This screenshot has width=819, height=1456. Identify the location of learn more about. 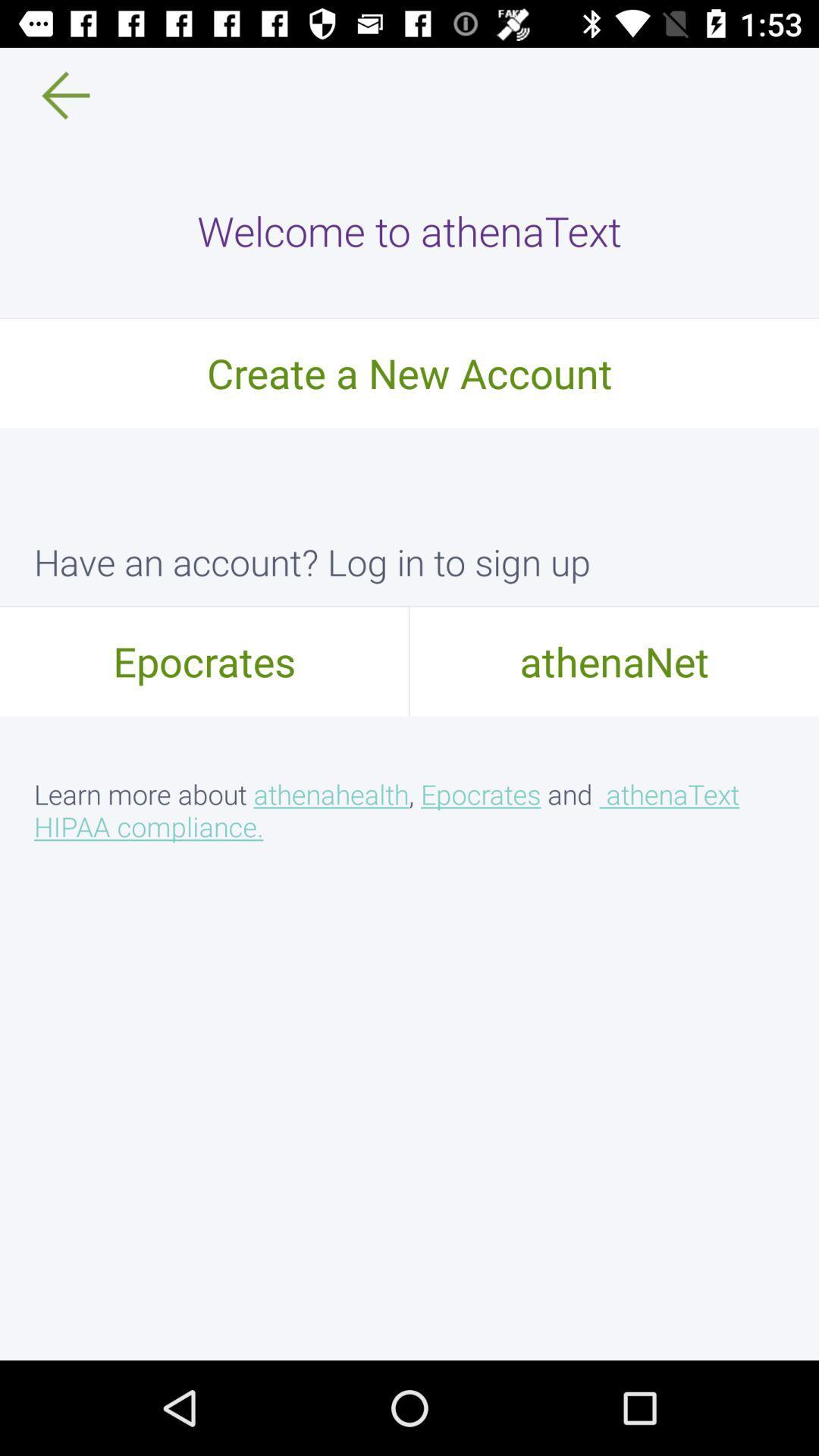
(409, 809).